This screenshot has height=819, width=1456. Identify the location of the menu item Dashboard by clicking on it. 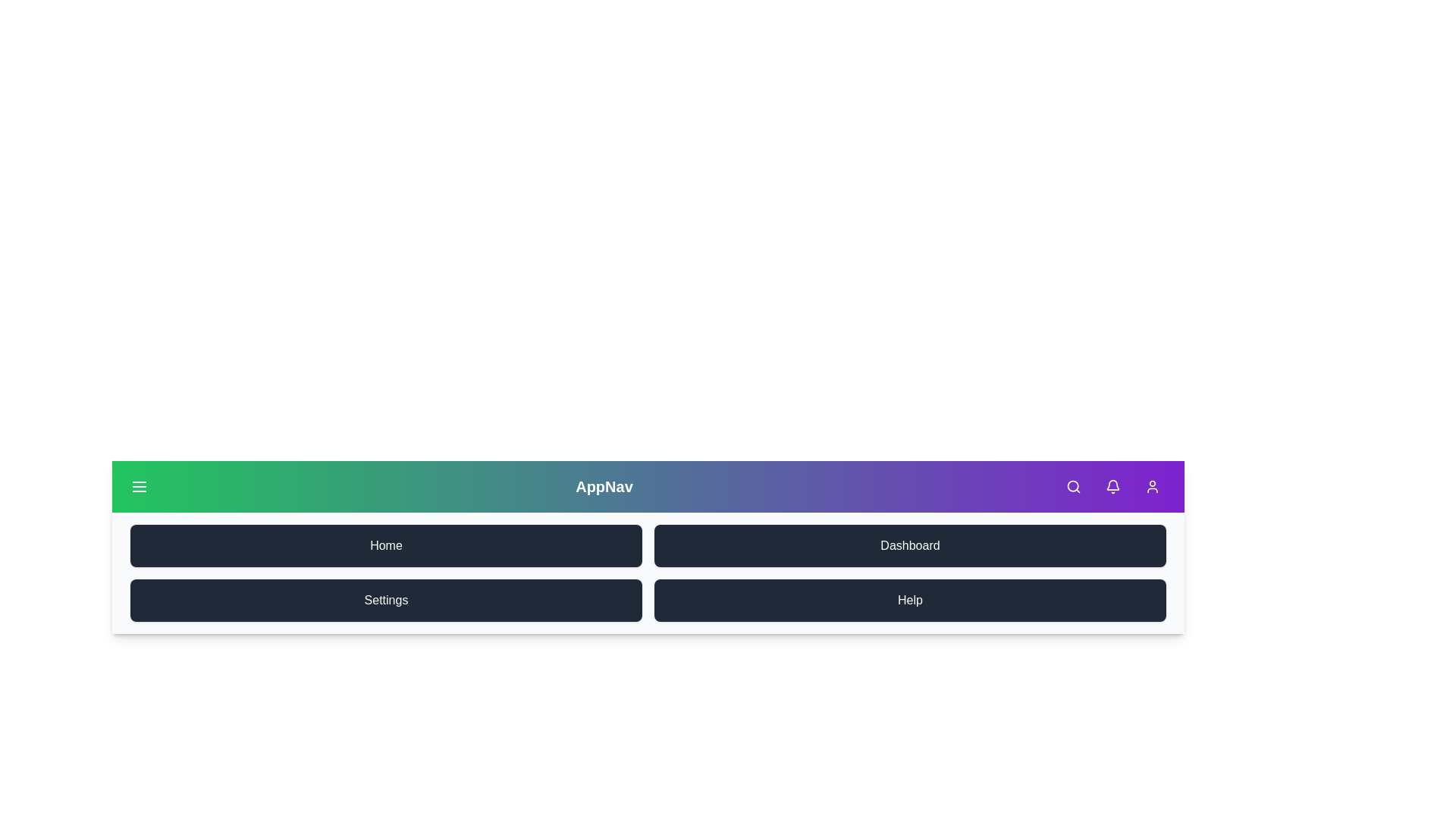
(910, 546).